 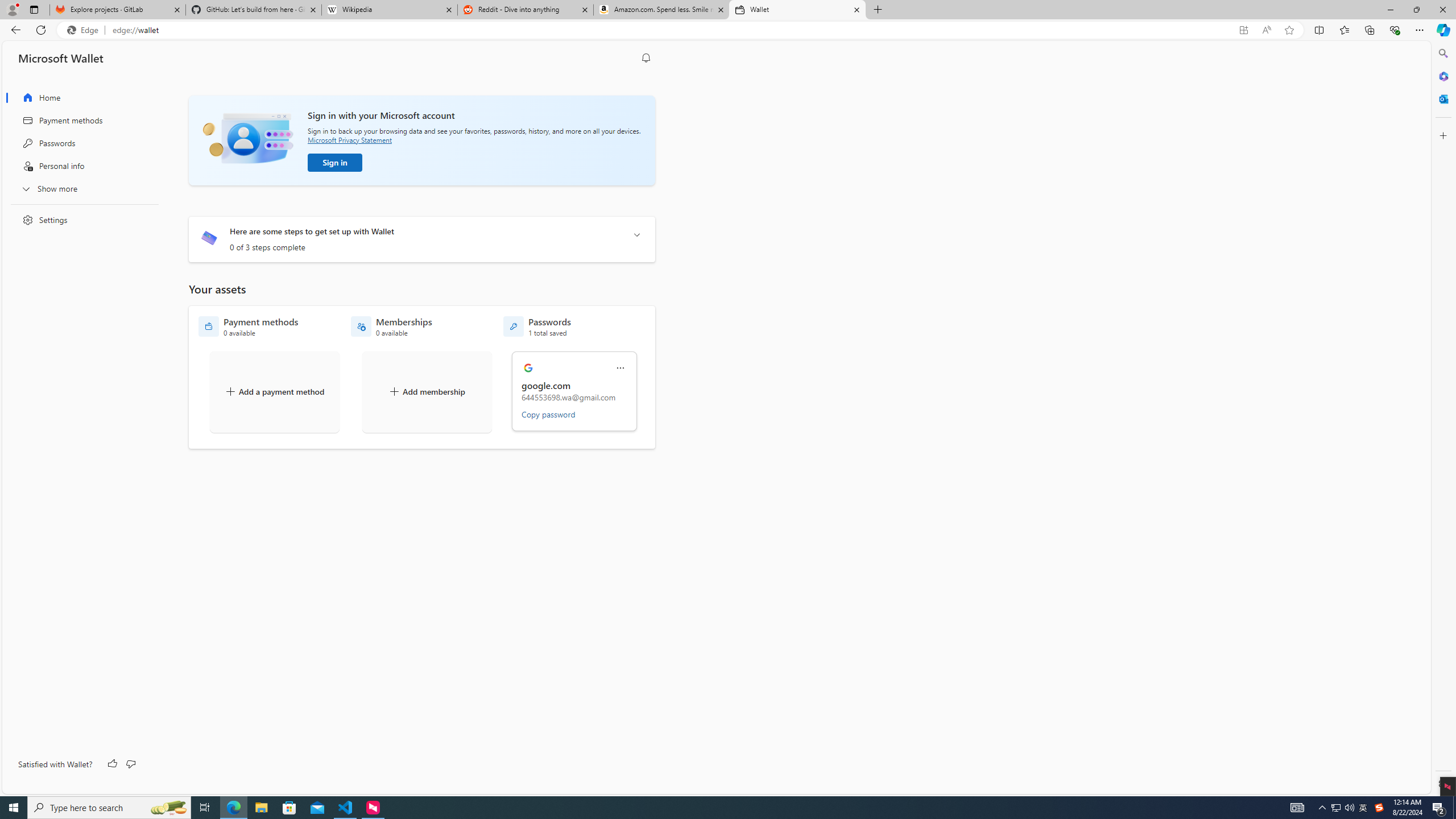 I want to click on 'Edge', so click(x=84, y=30).